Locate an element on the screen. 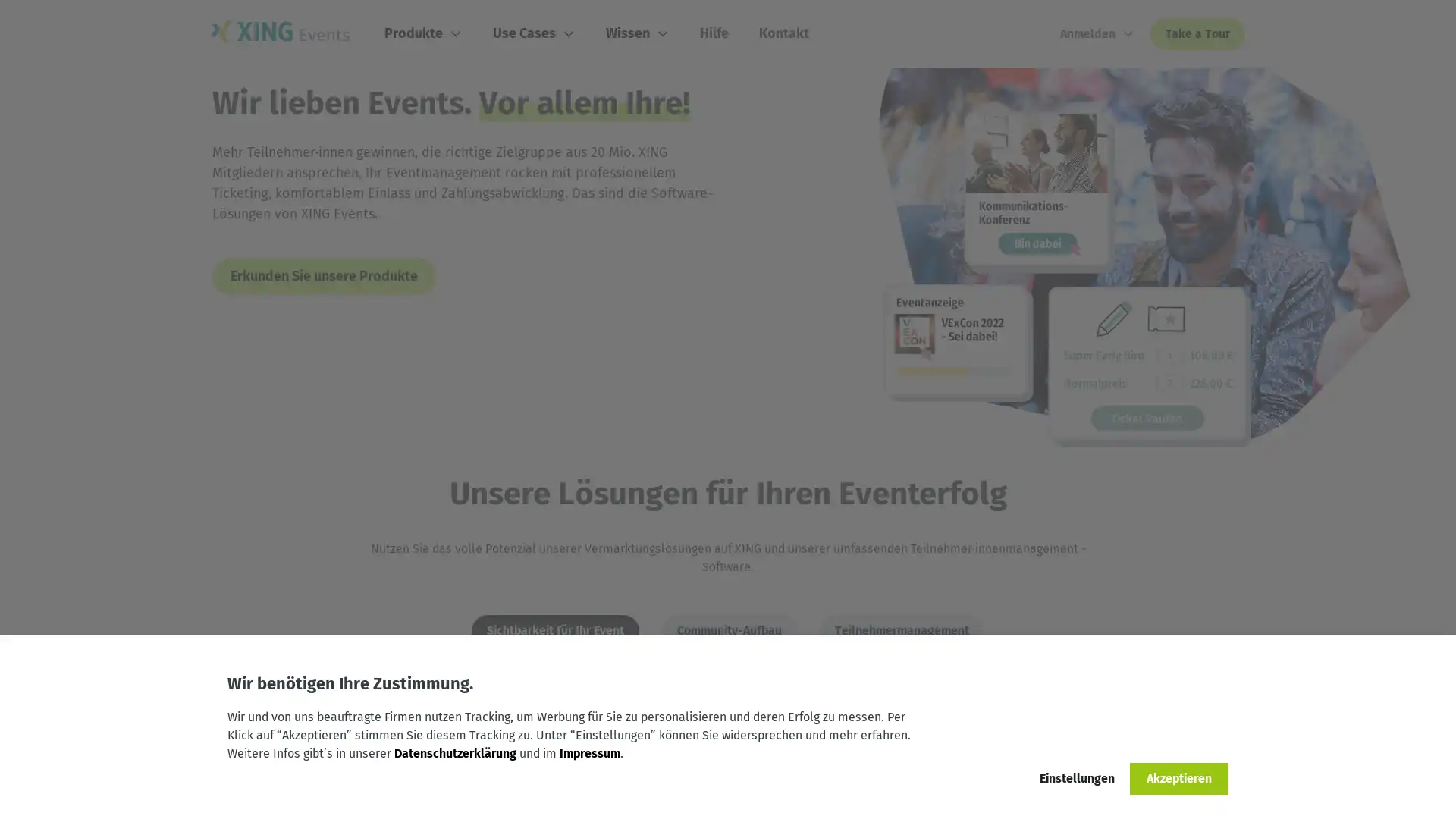 Image resolution: width=1456 pixels, height=819 pixels. Anmelden Symbol Arrow down is located at coordinates (1097, 34).